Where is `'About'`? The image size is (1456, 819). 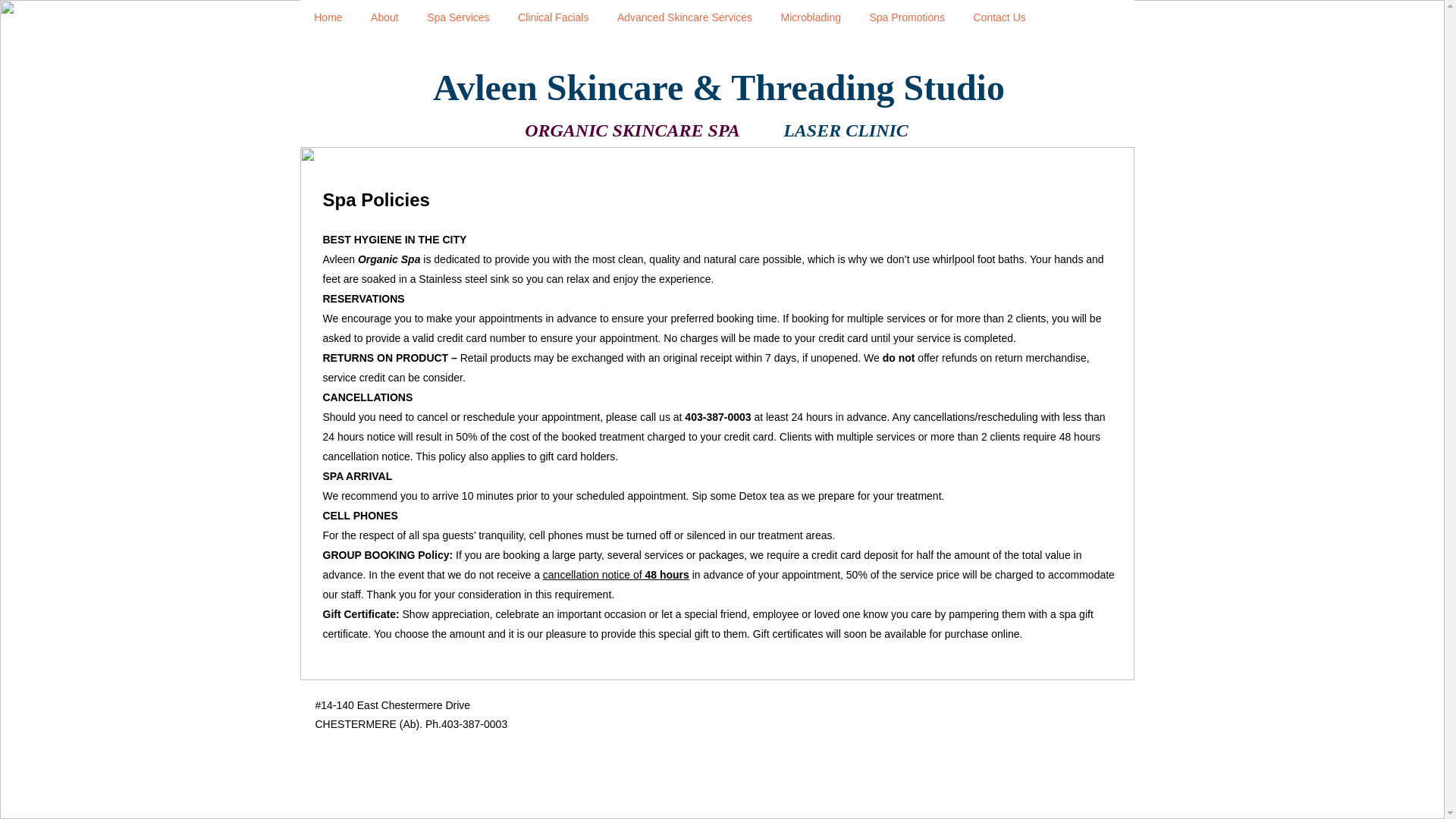
'About' is located at coordinates (384, 17).